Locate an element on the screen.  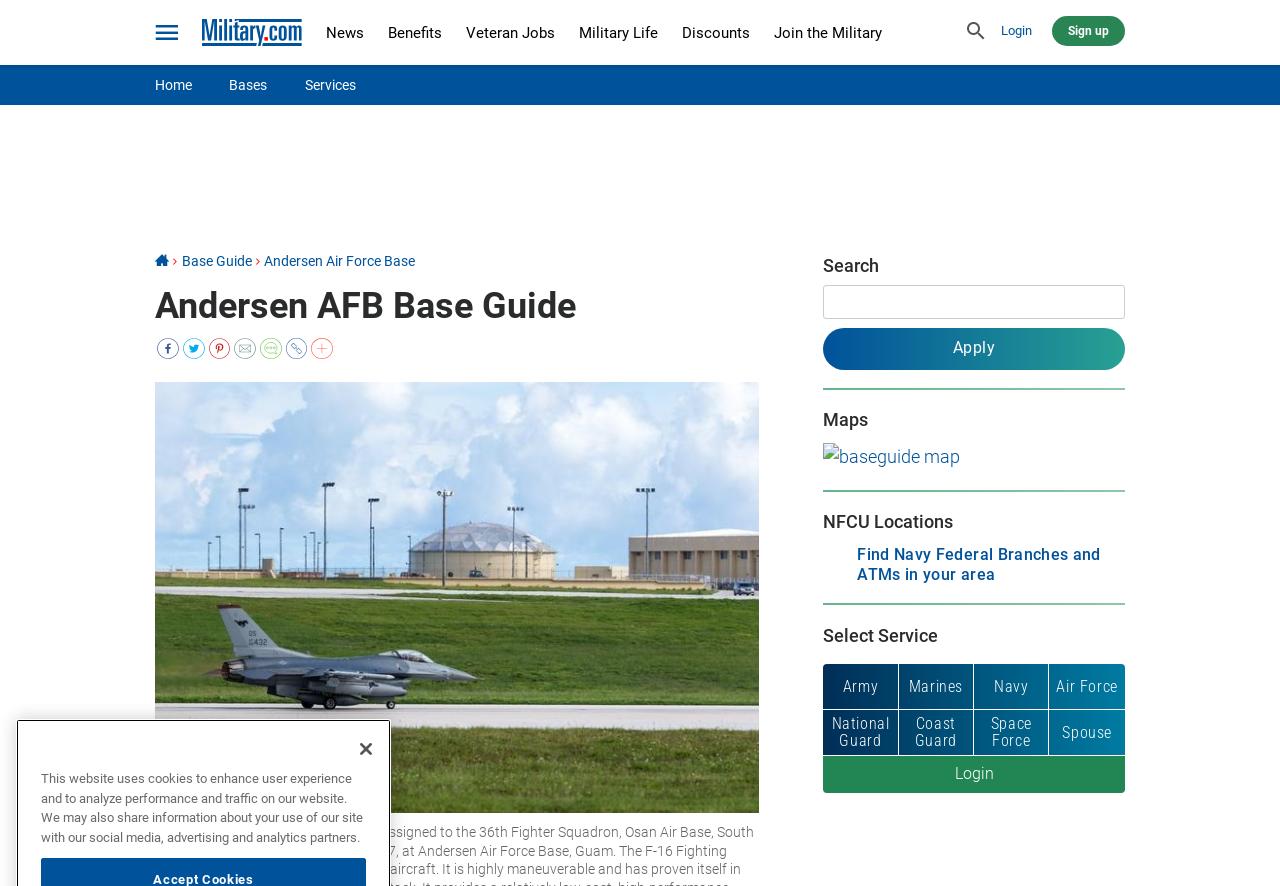
'Bases' is located at coordinates (246, 83).